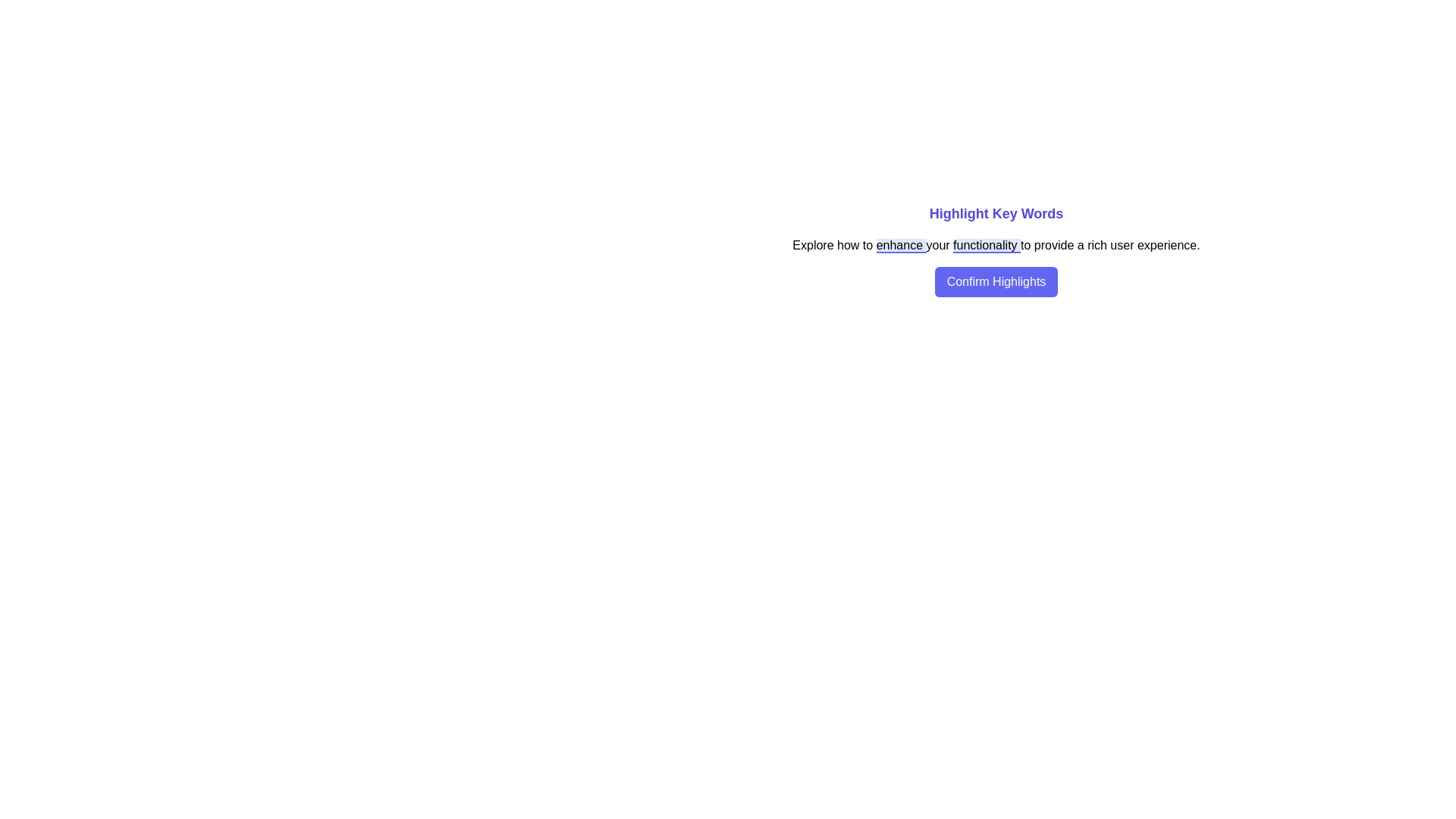 The height and width of the screenshot is (819, 1456). Describe the element at coordinates (996, 249) in the screenshot. I see `the textual paragraph element containing highlighted words like 'enhance' and 'functionality', located in the modal titled 'Highlight Key Words'` at that location.